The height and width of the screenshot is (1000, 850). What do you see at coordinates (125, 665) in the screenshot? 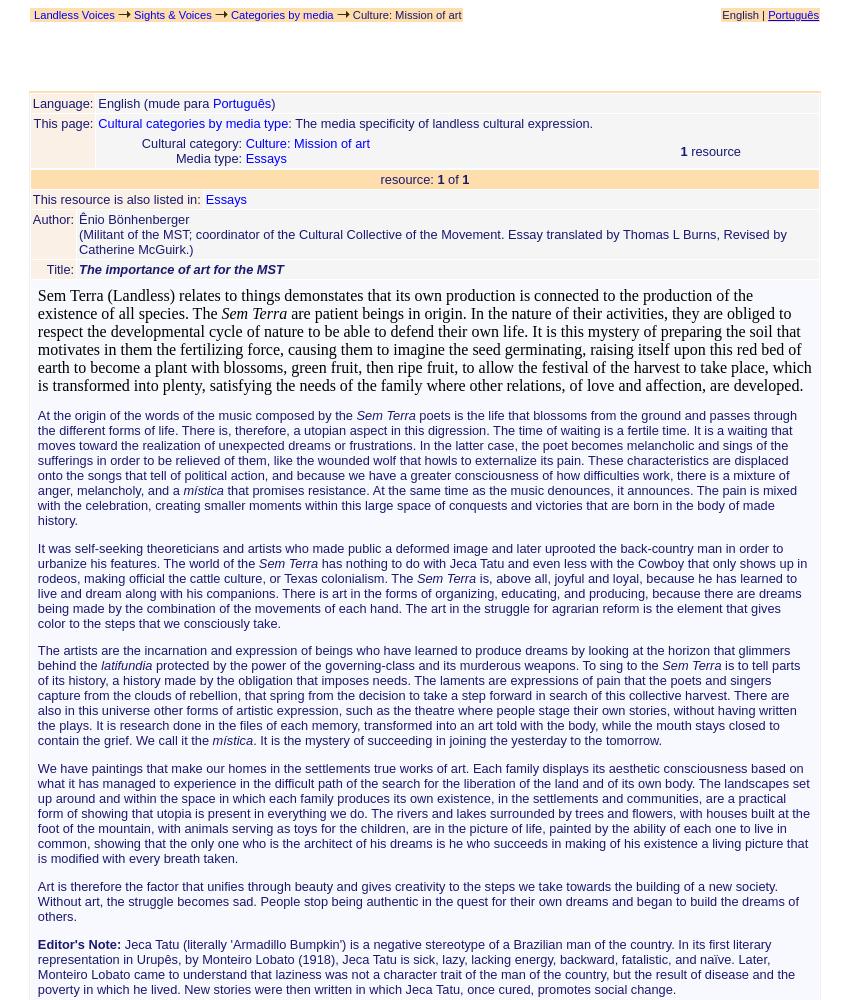
I see `'latifundia'` at bounding box center [125, 665].